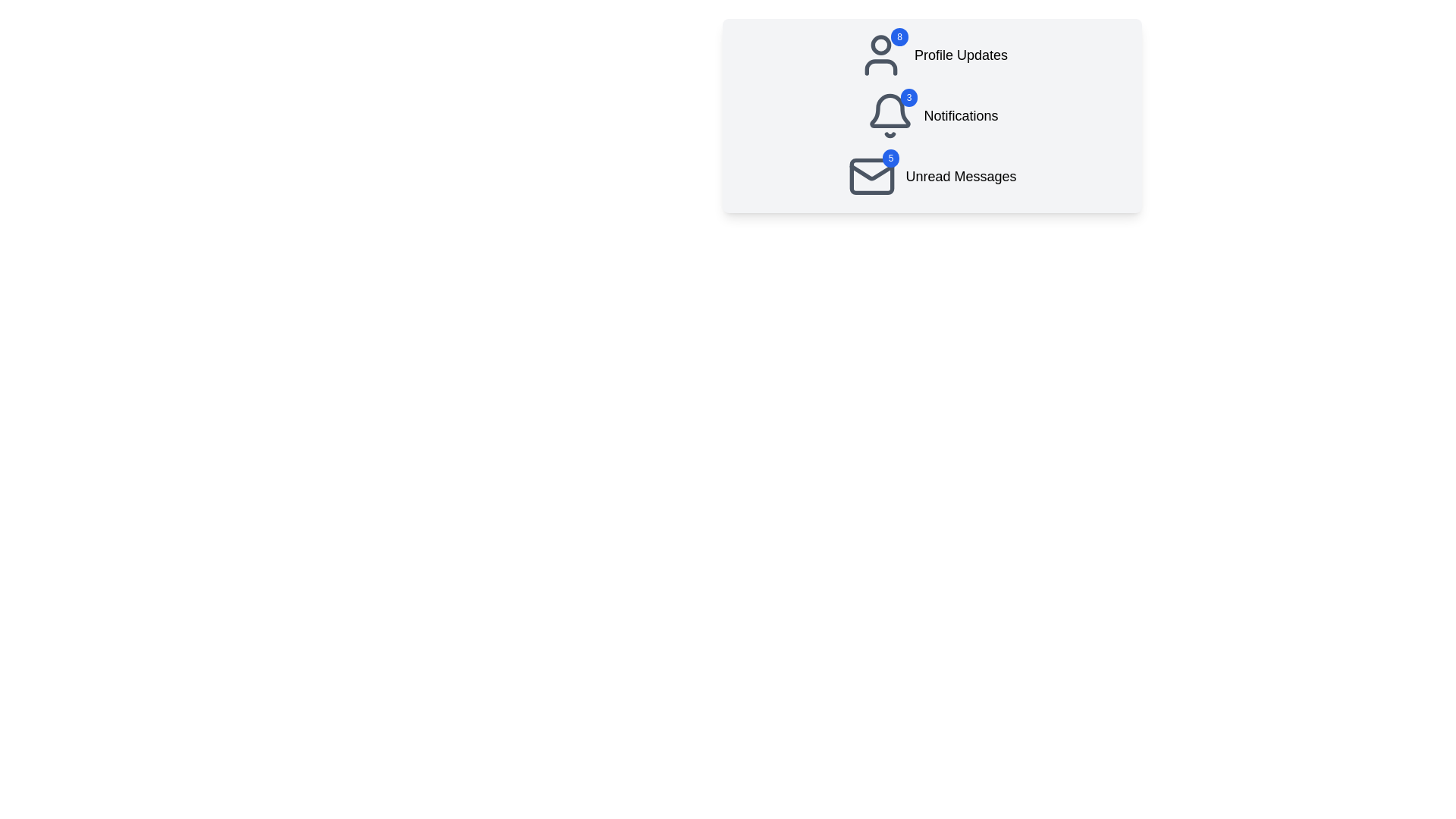  What do you see at coordinates (909, 97) in the screenshot?
I see `the notification badge located at the top-right corner of the bell icon, which displays the count of unread notifications` at bounding box center [909, 97].